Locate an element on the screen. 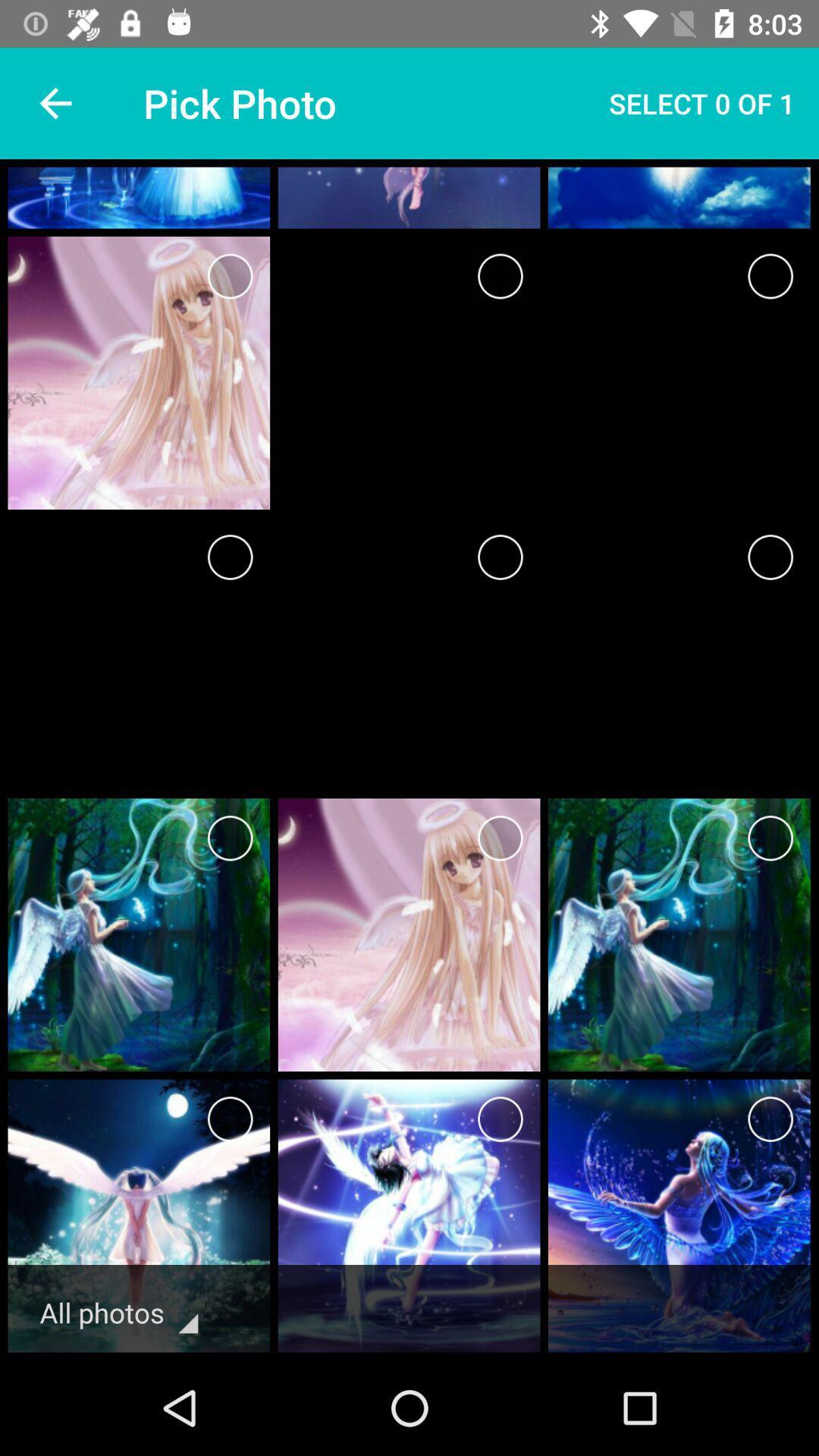 This screenshot has height=1456, width=819. delete this one picture is located at coordinates (500, 556).